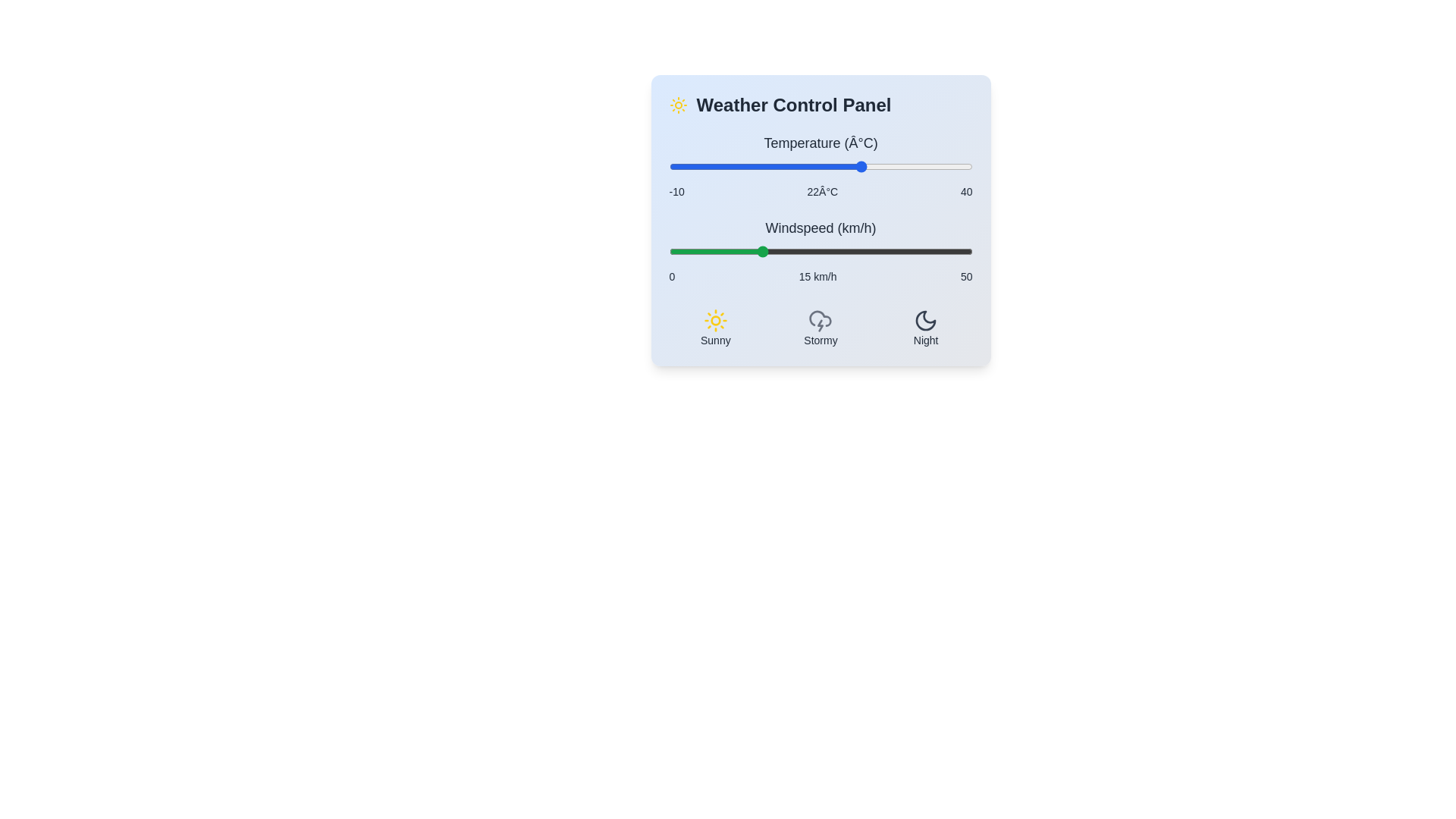 This screenshot has height=819, width=1456. I want to click on numeric labels for the Temperature (°C) slider values, which are centrally positioned and highlighted, indicating the current value ('22°C') between the minimum ('-10') and maximum ('40') values, so click(820, 191).